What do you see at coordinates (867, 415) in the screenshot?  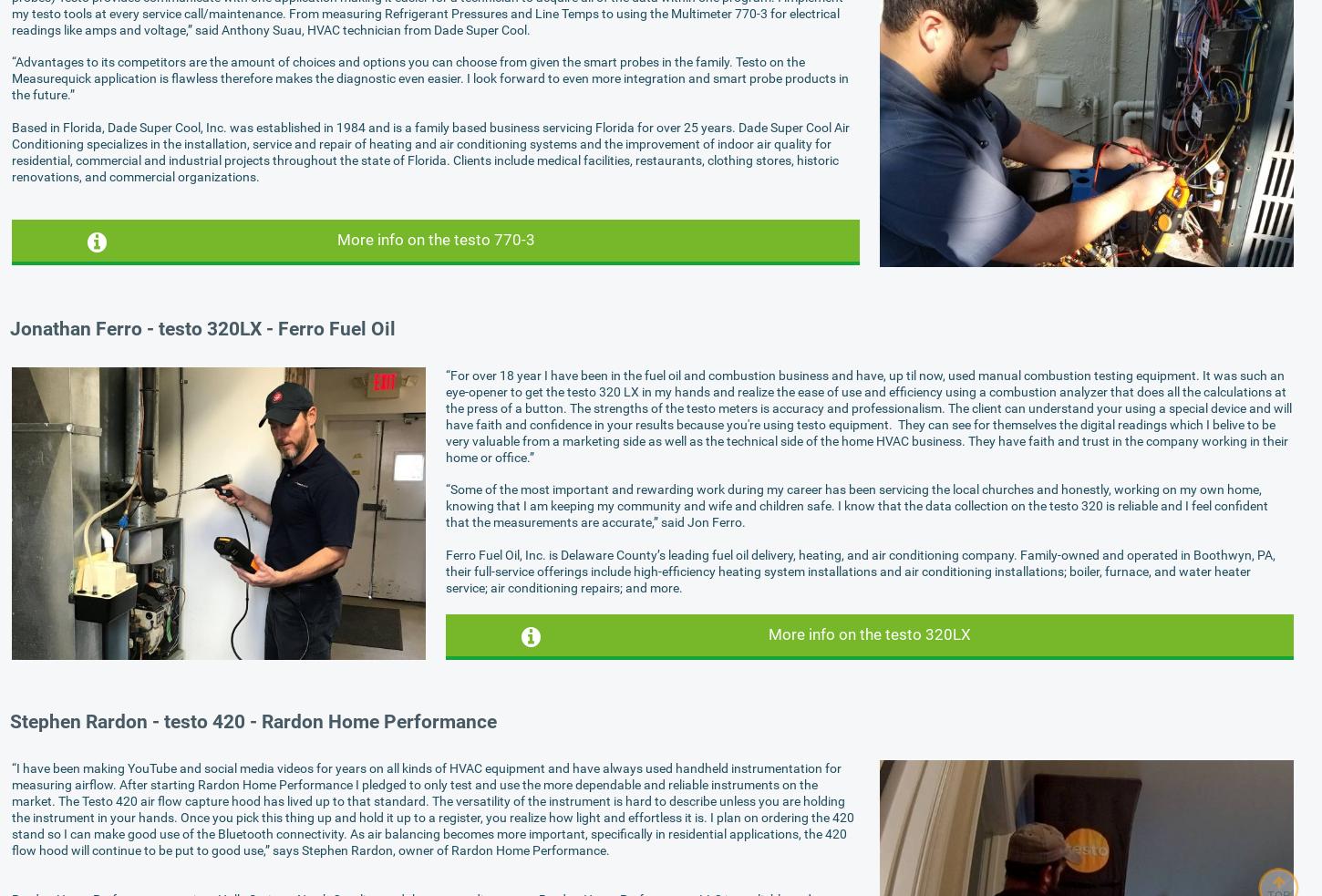 I see `'“For over 18 year I have been in the fuel oil and combustion business and have, up til now, used manual combustion testing equipment. It was such an eye-opener to get the testo 320 LX in my hands and realize the ease of use and efficiency using a combustion analyzer that does all the calculations at the press of a button. The strengths of the testo meters is accuracy and professionalism. The client can understand your using a special device and will have faith and confidence in your results because you're using testo equipment.  They can see for themselves the digital readings which I belive to be very valuable from a marketing side as well as the technical side of the home HVAC business. They have faith and trust in the company working in their home or office.”'` at bounding box center [867, 415].